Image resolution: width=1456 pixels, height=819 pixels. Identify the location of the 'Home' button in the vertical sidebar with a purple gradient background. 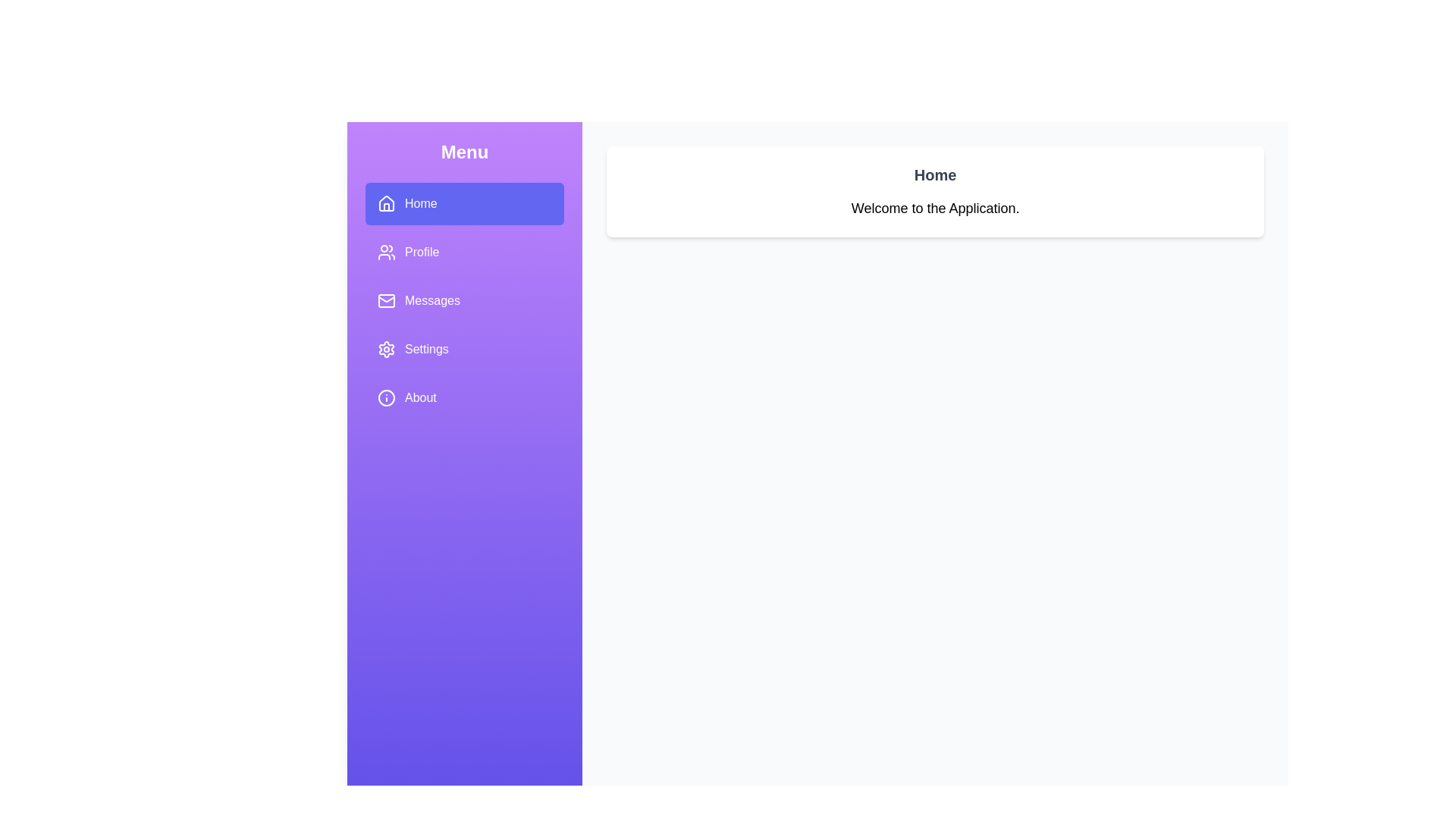
(464, 203).